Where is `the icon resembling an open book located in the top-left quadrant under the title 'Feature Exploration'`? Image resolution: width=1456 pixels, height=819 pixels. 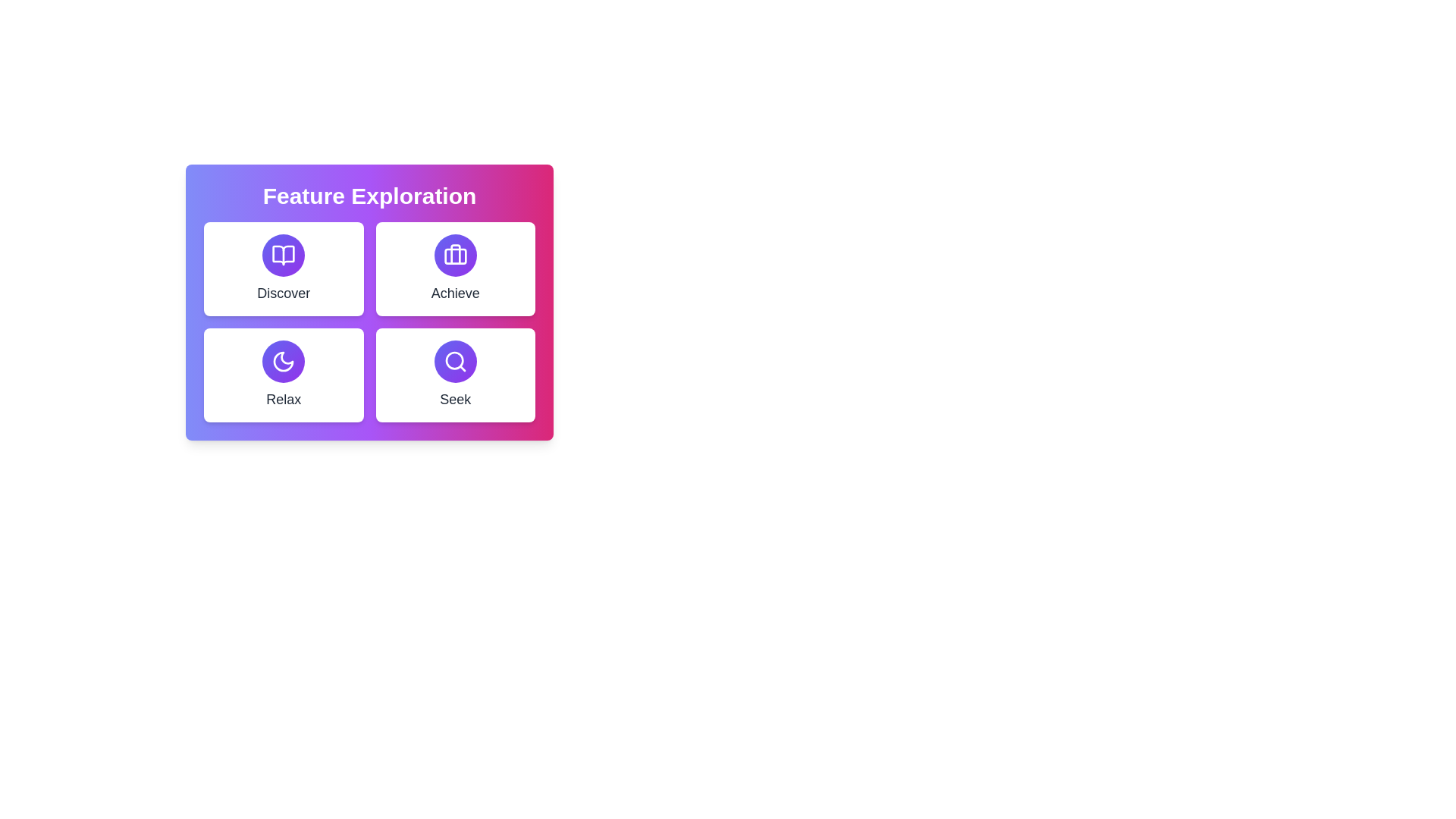 the icon resembling an open book located in the top-left quadrant under the title 'Feature Exploration' is located at coordinates (284, 254).